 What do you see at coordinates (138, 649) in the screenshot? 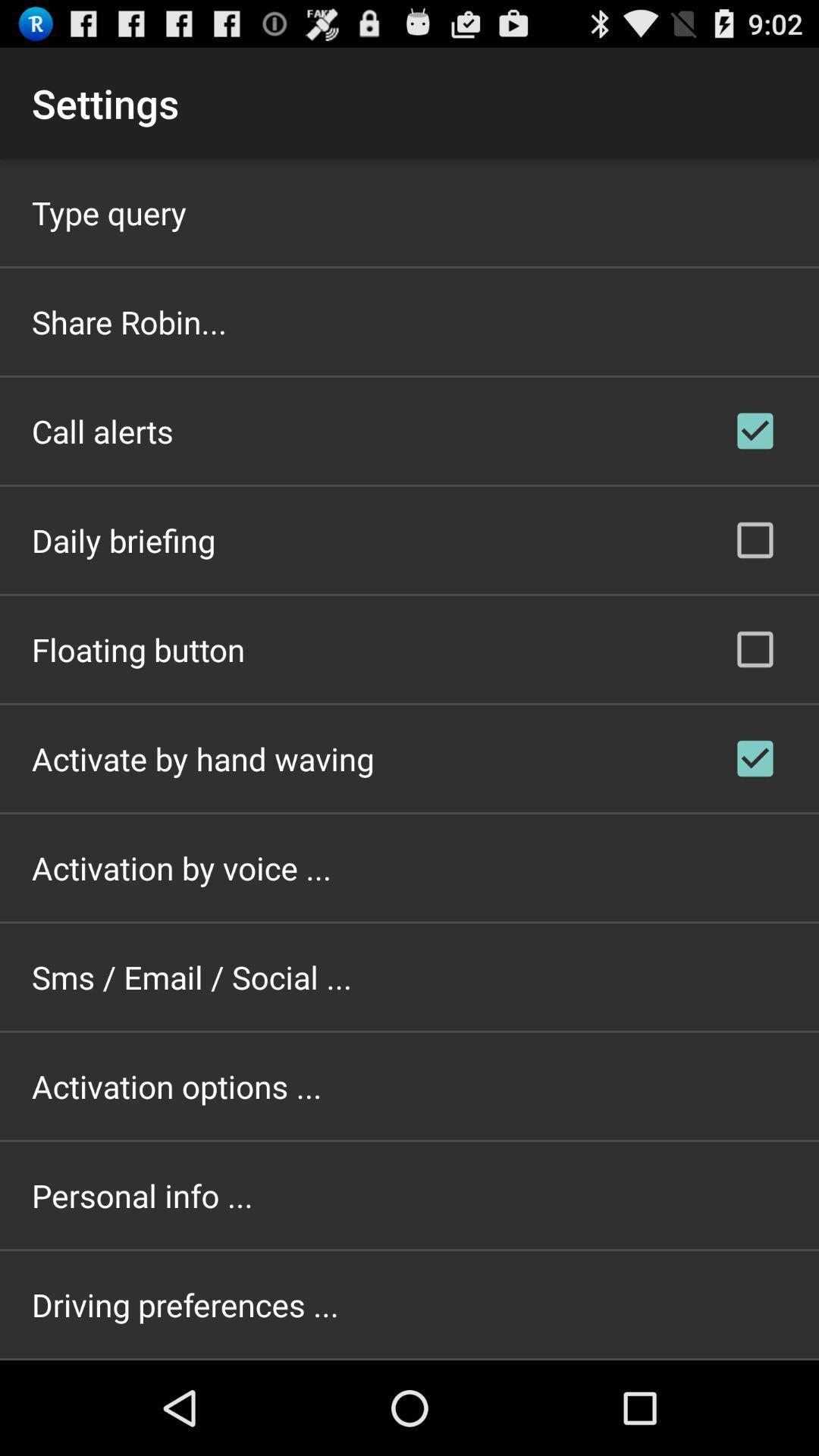
I see `app above the activate by hand app` at bounding box center [138, 649].